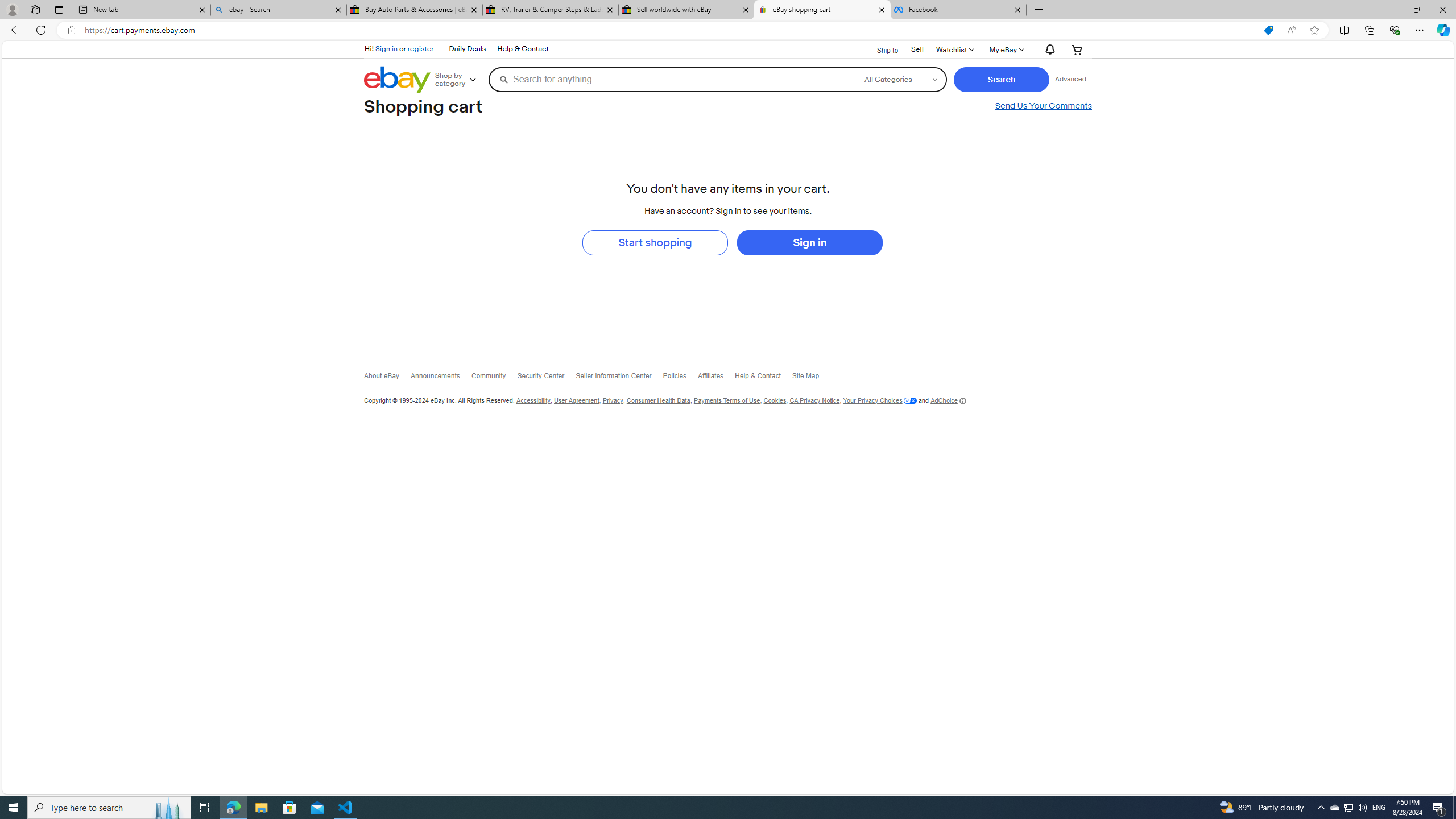 The height and width of the screenshot is (819, 1456). Describe the element at coordinates (547, 377) in the screenshot. I see `'Security Center'` at that location.